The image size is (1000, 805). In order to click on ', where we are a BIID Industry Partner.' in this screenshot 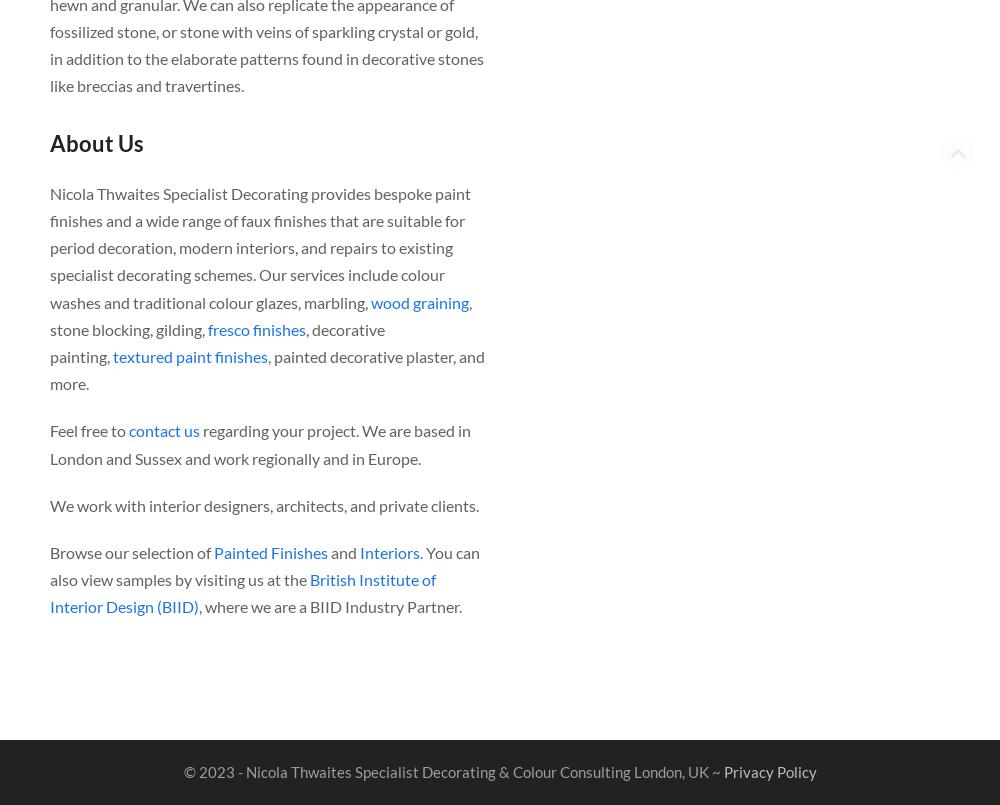, I will do `click(198, 606)`.